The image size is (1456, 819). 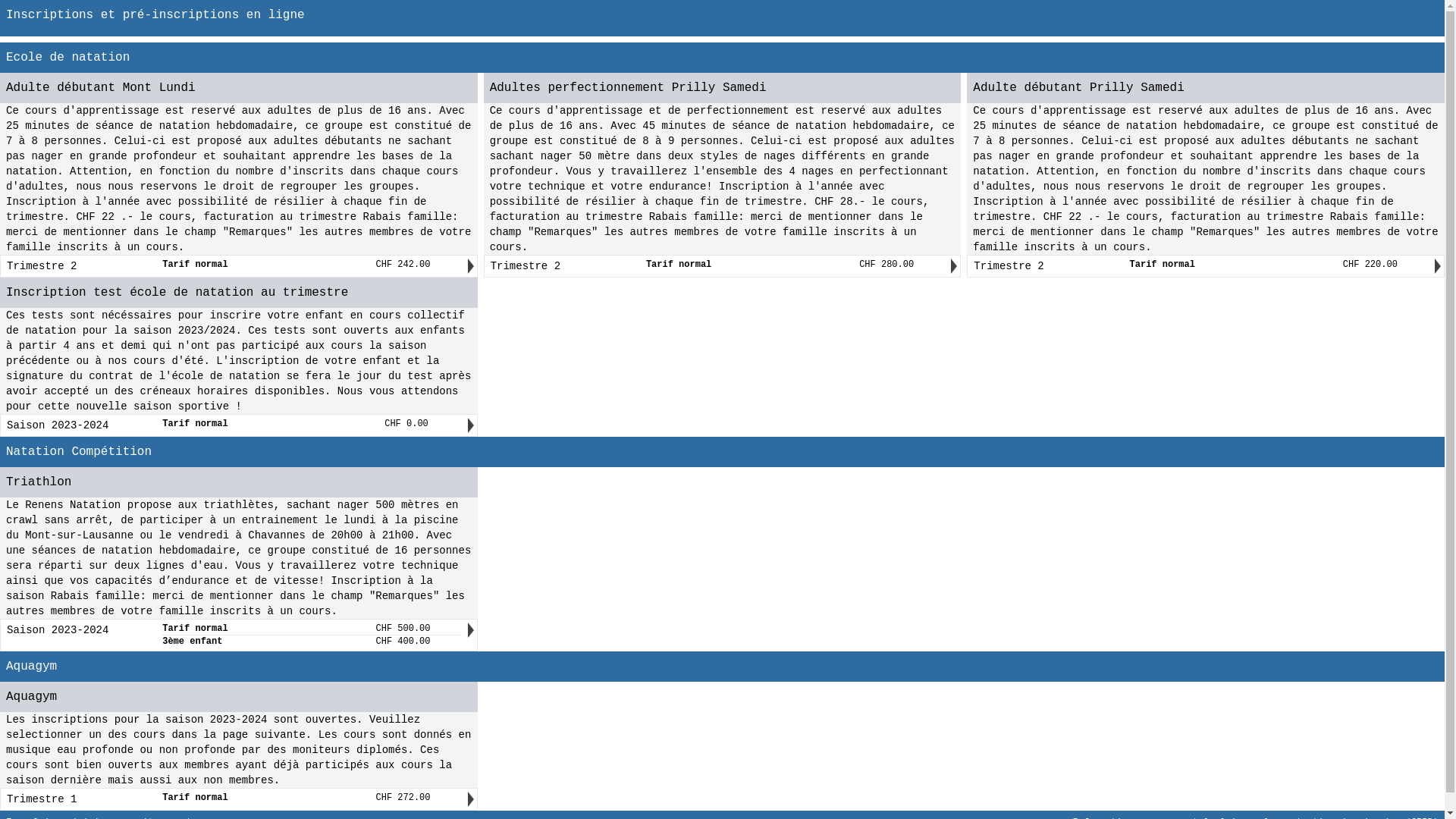 I want to click on 'Saison 2023-2024, so click(x=233, y=425).